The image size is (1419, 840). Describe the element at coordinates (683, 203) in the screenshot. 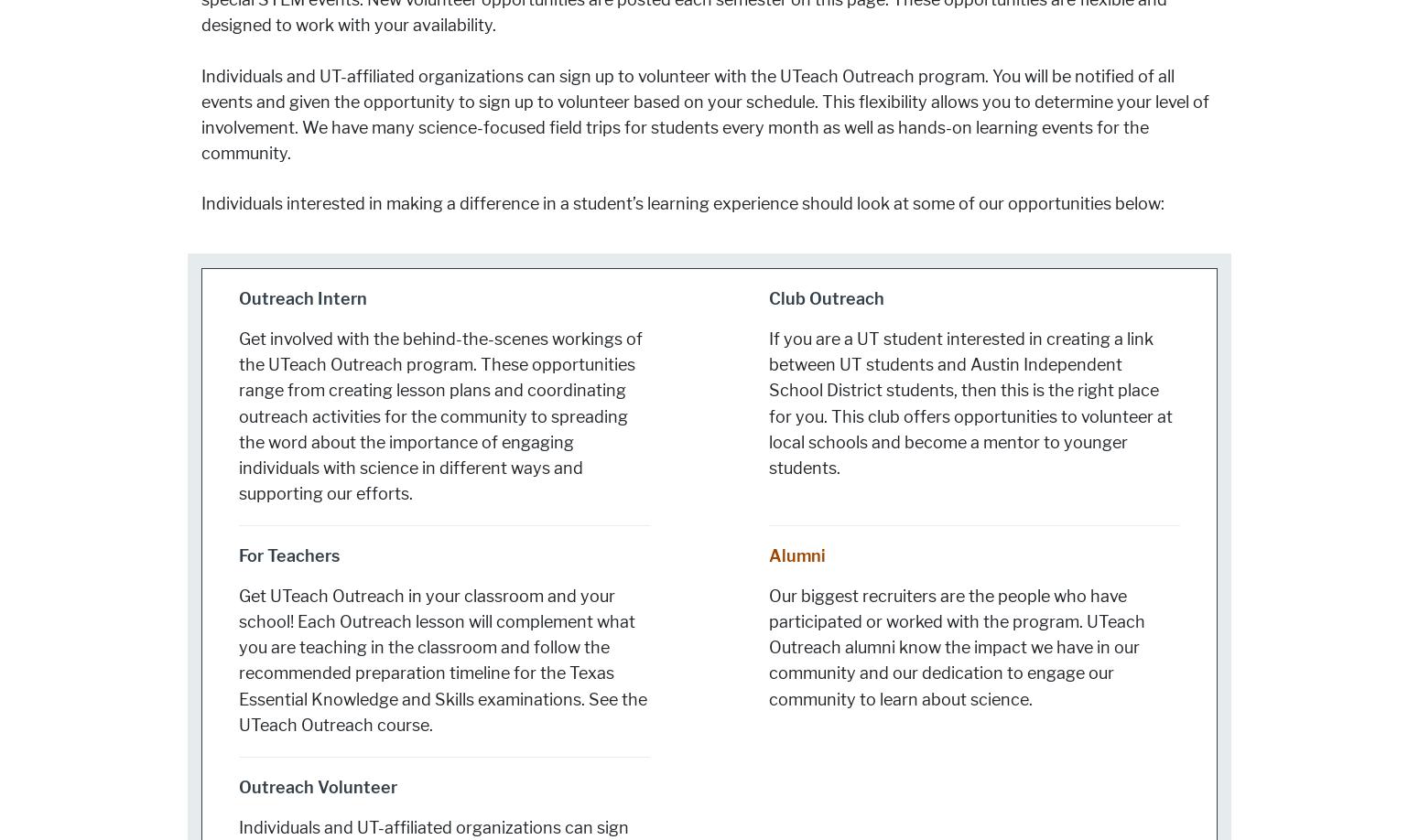

I see `'Individuals interested in making a difference in a student’s learning experience should look at some of our opportunities below:'` at that location.